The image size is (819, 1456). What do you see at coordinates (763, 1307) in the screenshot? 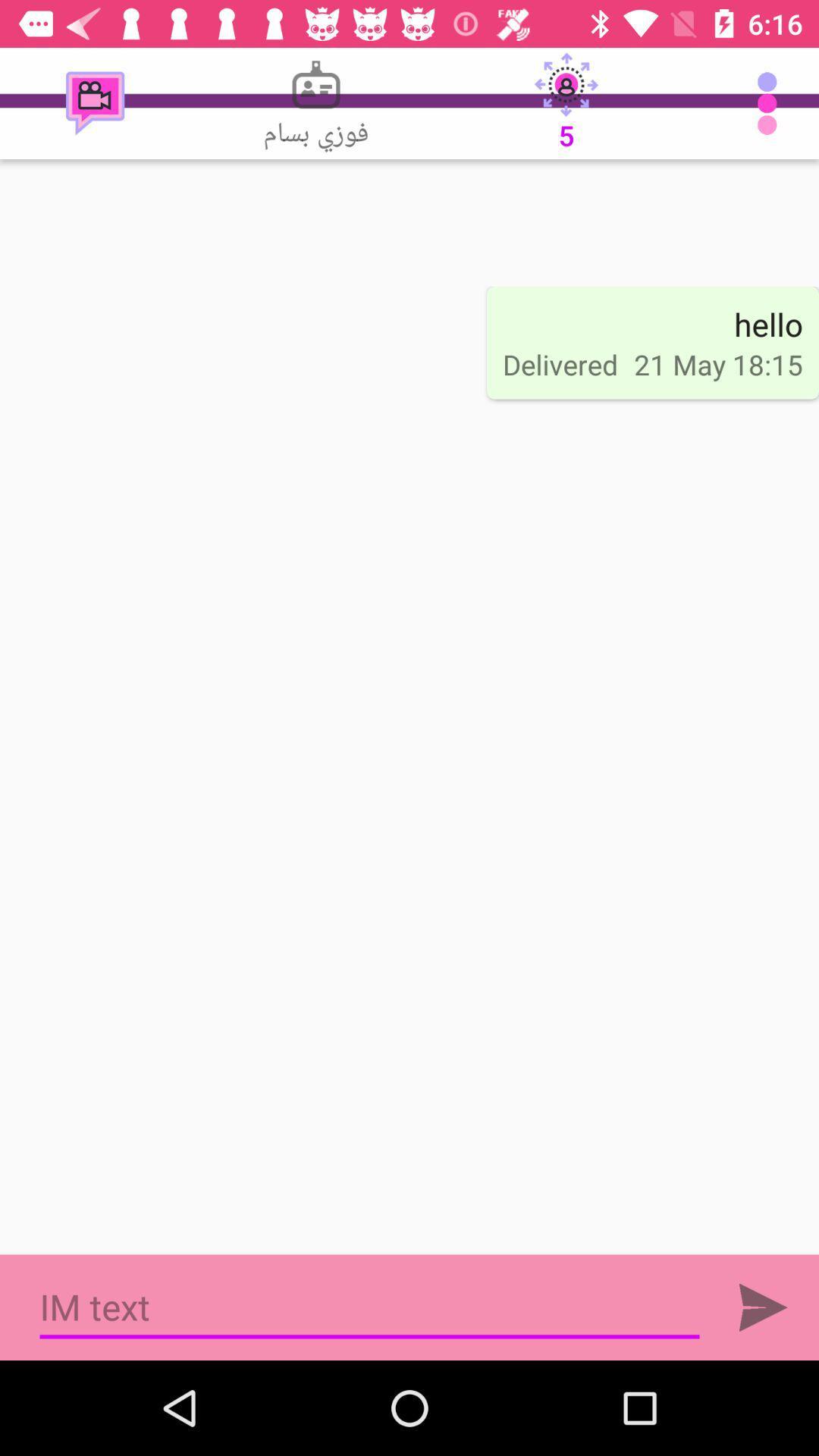
I see `the send icon` at bounding box center [763, 1307].